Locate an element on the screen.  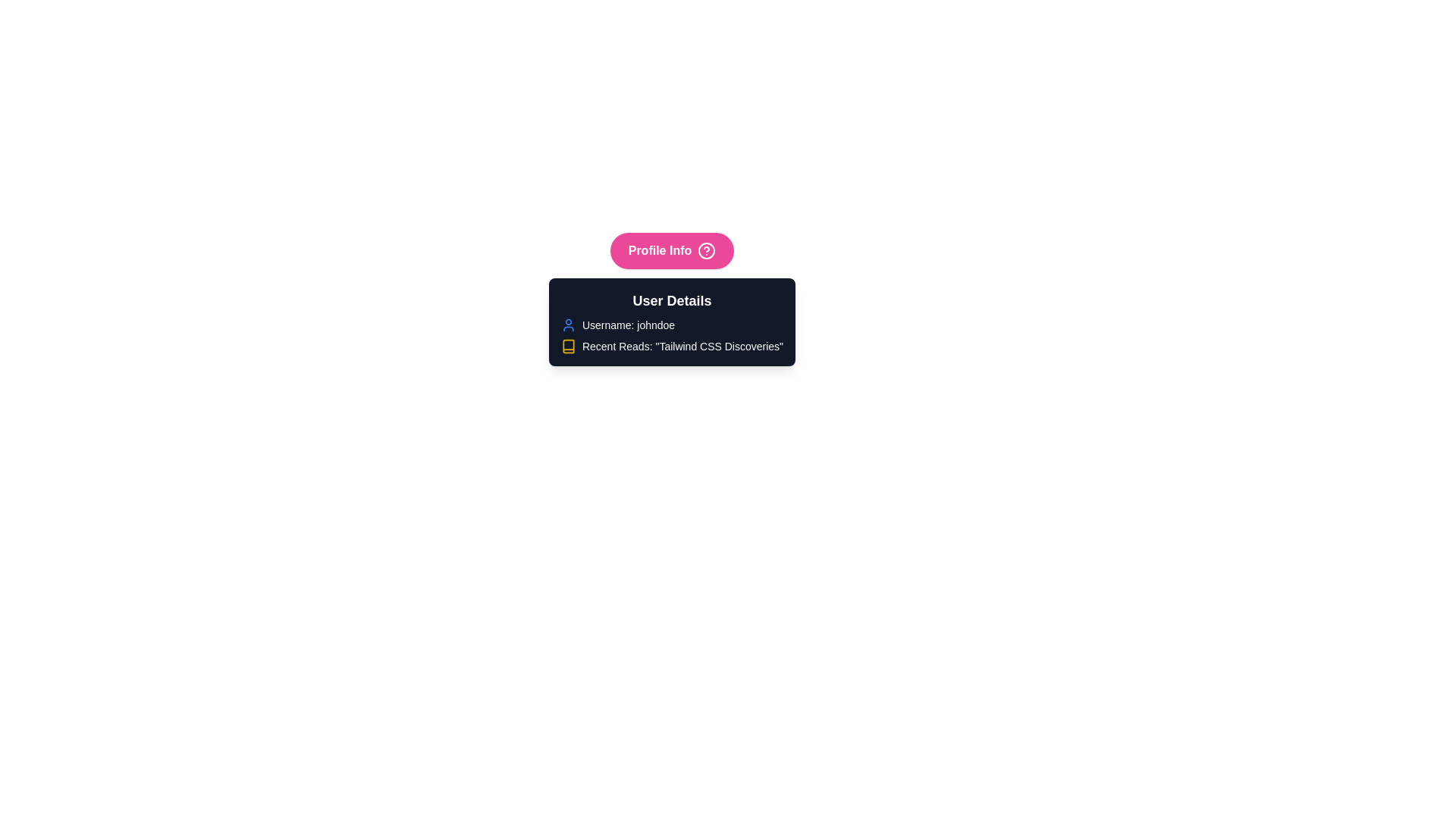
the help icon located on the right side inside the pink 'Profile Info' button is located at coordinates (706, 250).